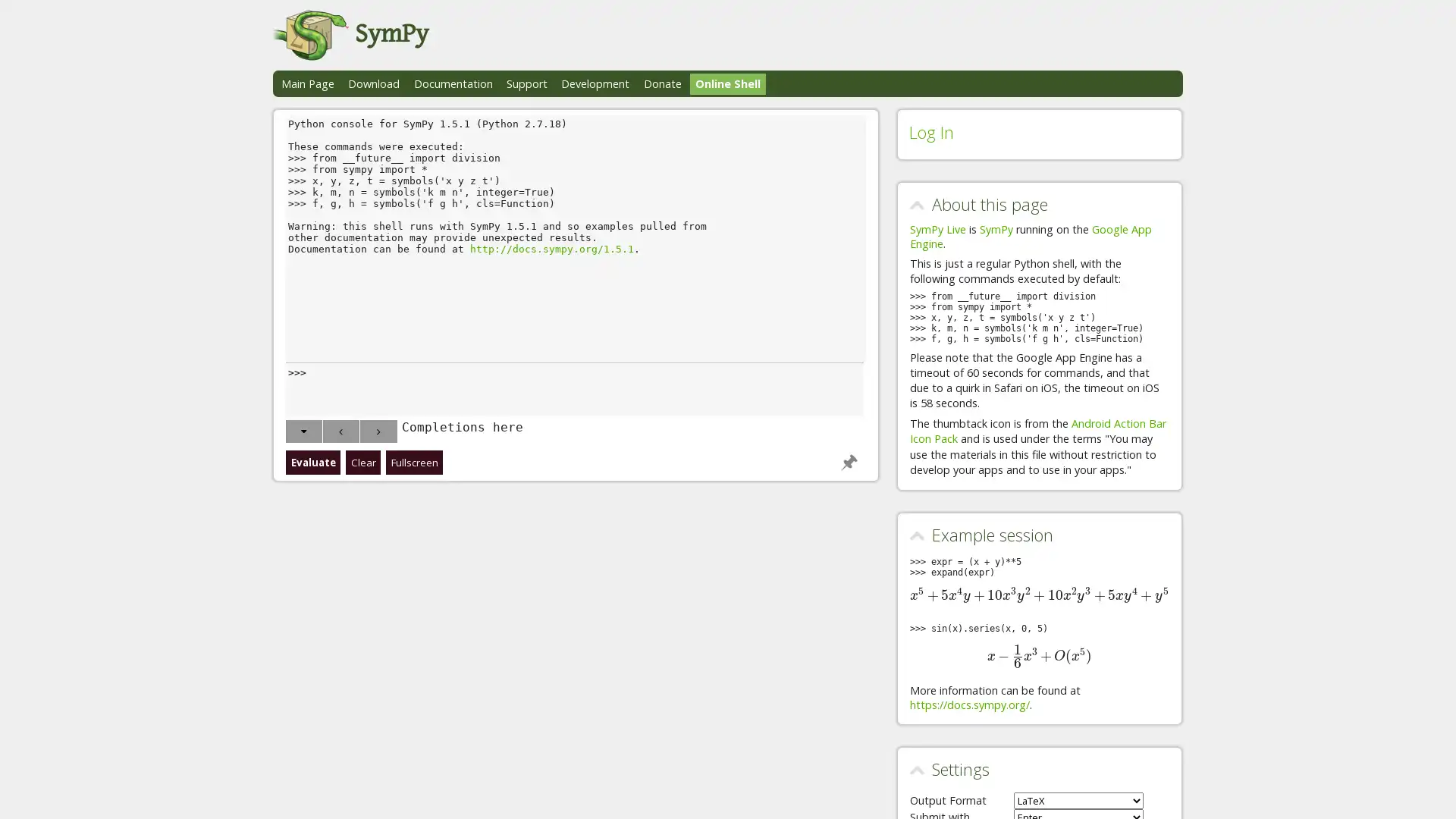 The image size is (1456, 819). What do you see at coordinates (312, 461) in the screenshot?
I see `Evaluate` at bounding box center [312, 461].